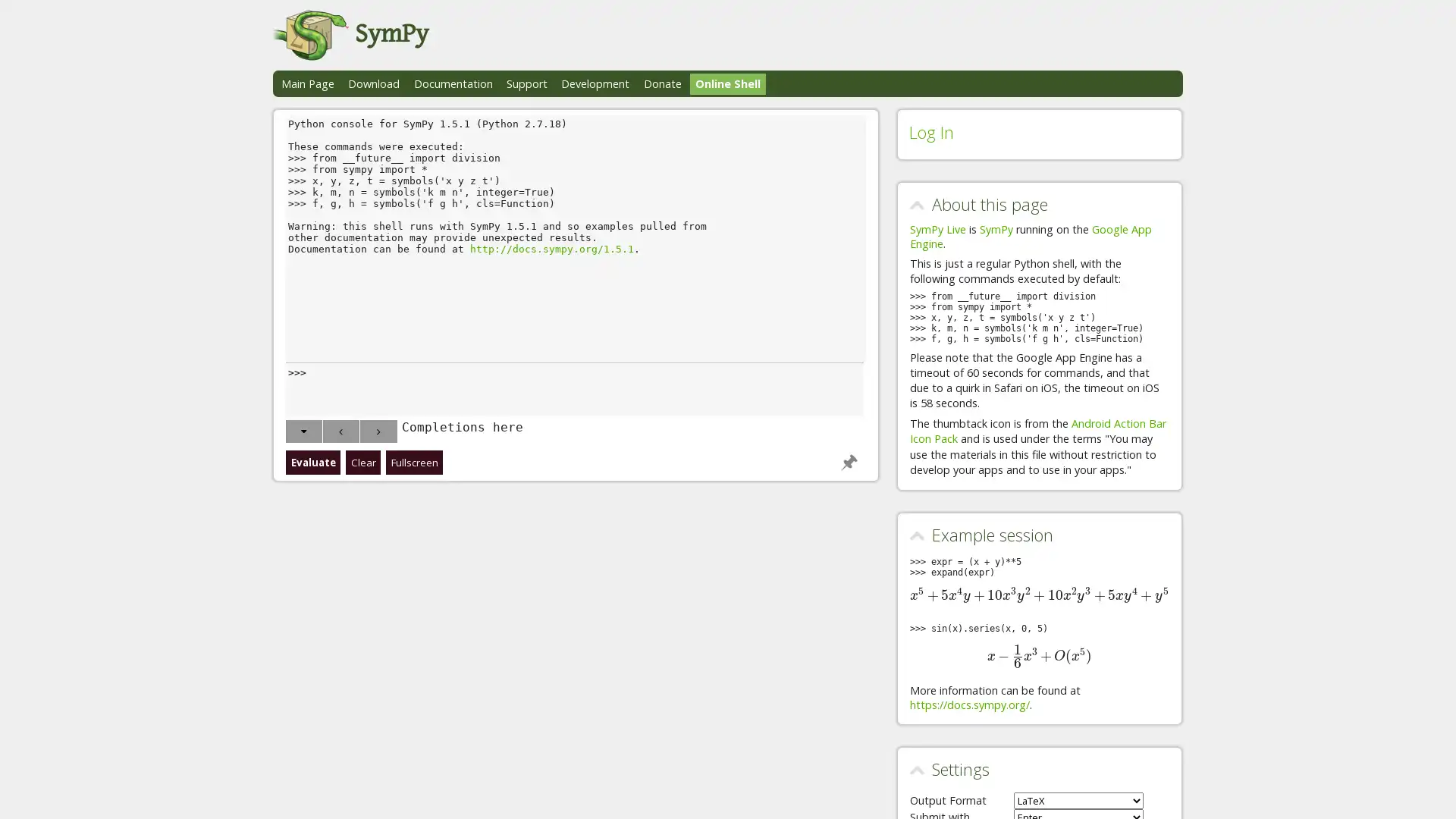 The image size is (1456, 819). What do you see at coordinates (312, 461) in the screenshot?
I see `Evaluate` at bounding box center [312, 461].